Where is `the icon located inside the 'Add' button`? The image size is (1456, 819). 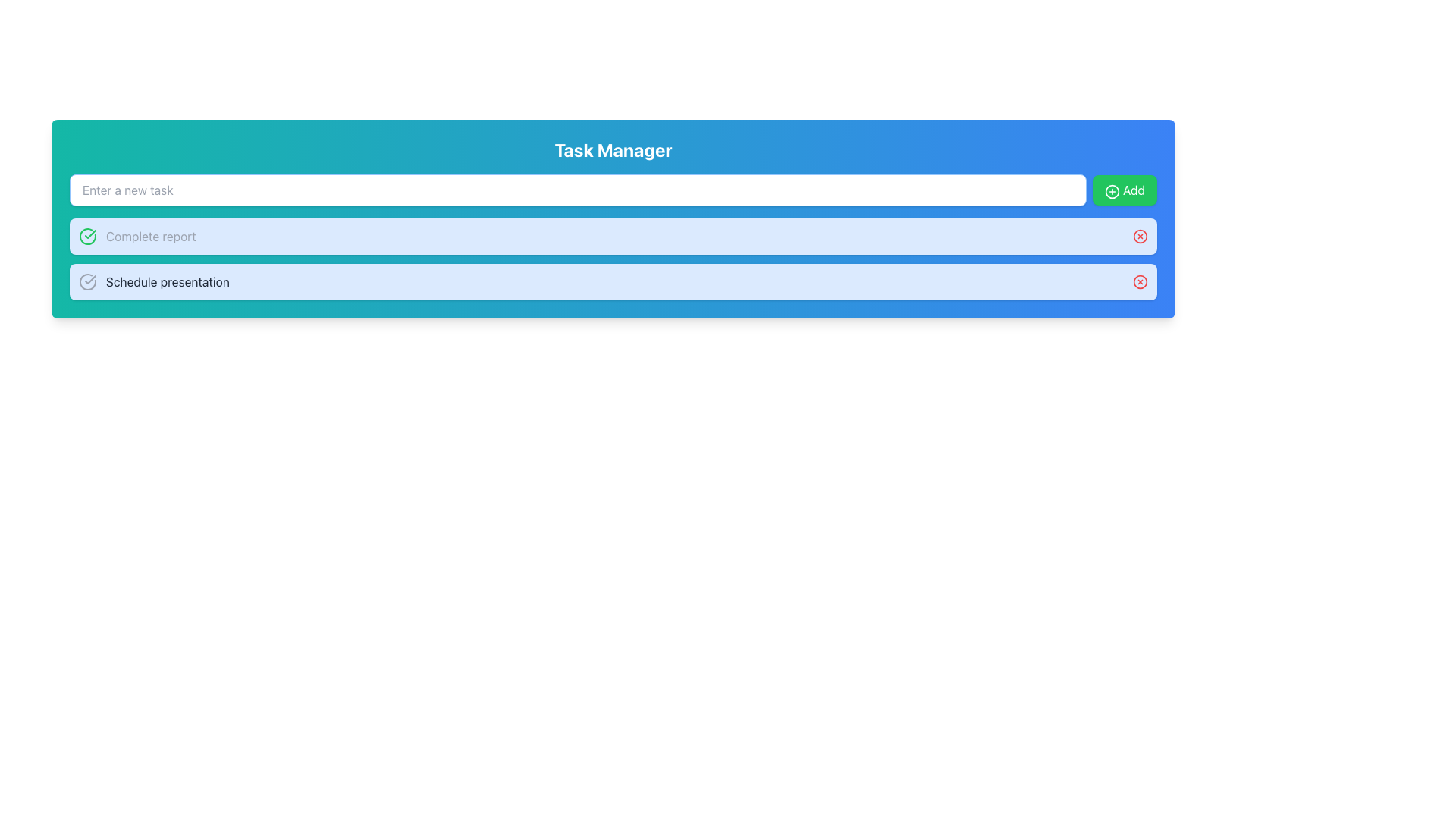
the icon located inside the 'Add' button is located at coordinates (1112, 190).